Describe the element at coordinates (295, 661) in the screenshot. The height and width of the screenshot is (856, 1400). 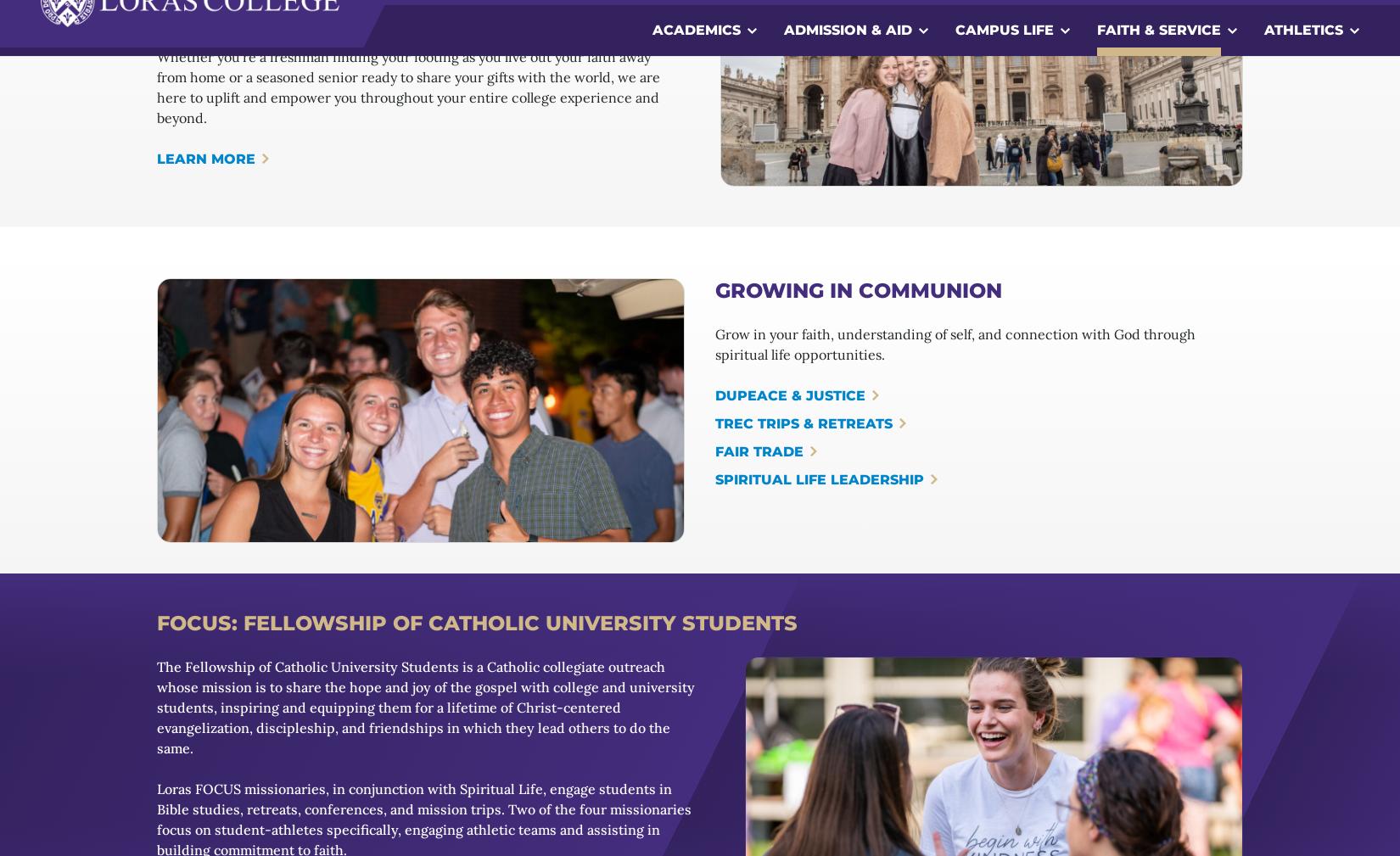
I see `'Loras, a Catholic liberal arts college, creates a community of active learners, reflective thinkers, ethical decision-makers, and responsible contributors in diverse professional, social, and religious roles.'` at that location.